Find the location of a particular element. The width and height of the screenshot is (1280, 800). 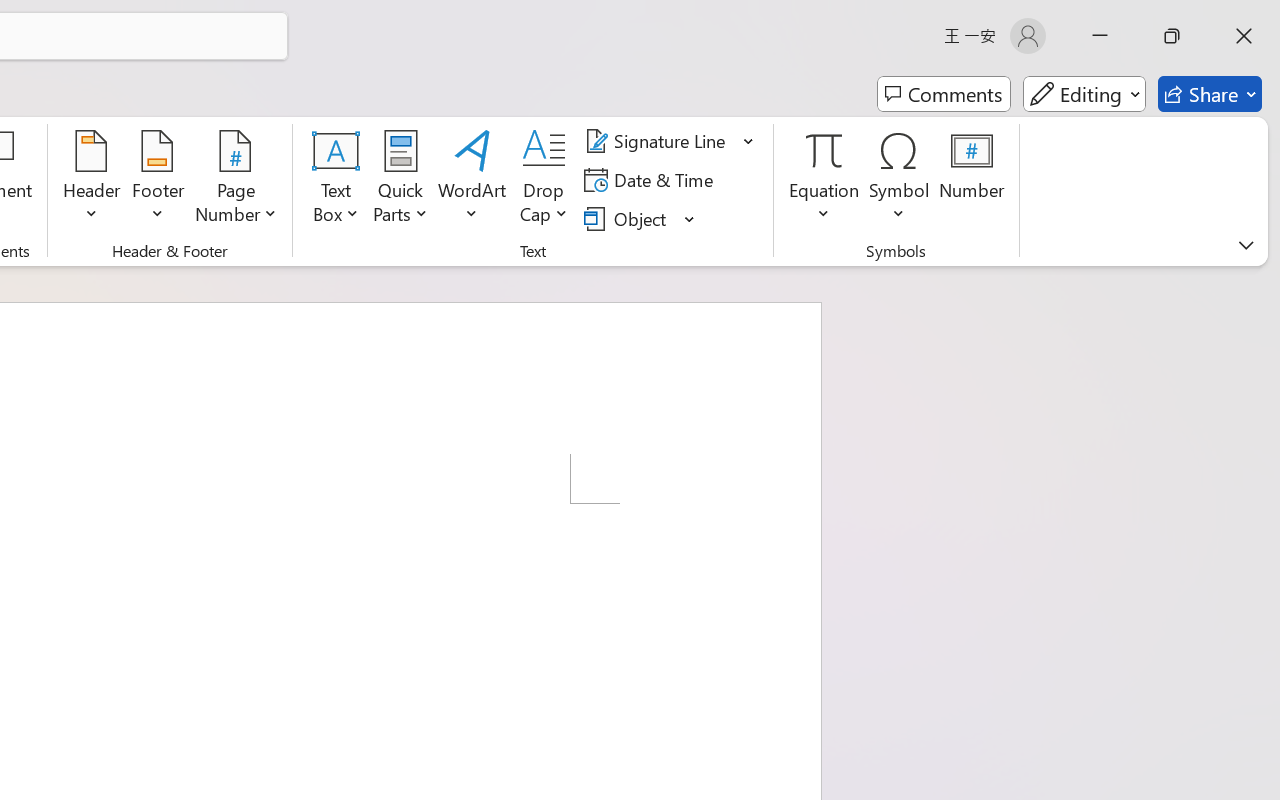

'Equation' is located at coordinates (824, 150).